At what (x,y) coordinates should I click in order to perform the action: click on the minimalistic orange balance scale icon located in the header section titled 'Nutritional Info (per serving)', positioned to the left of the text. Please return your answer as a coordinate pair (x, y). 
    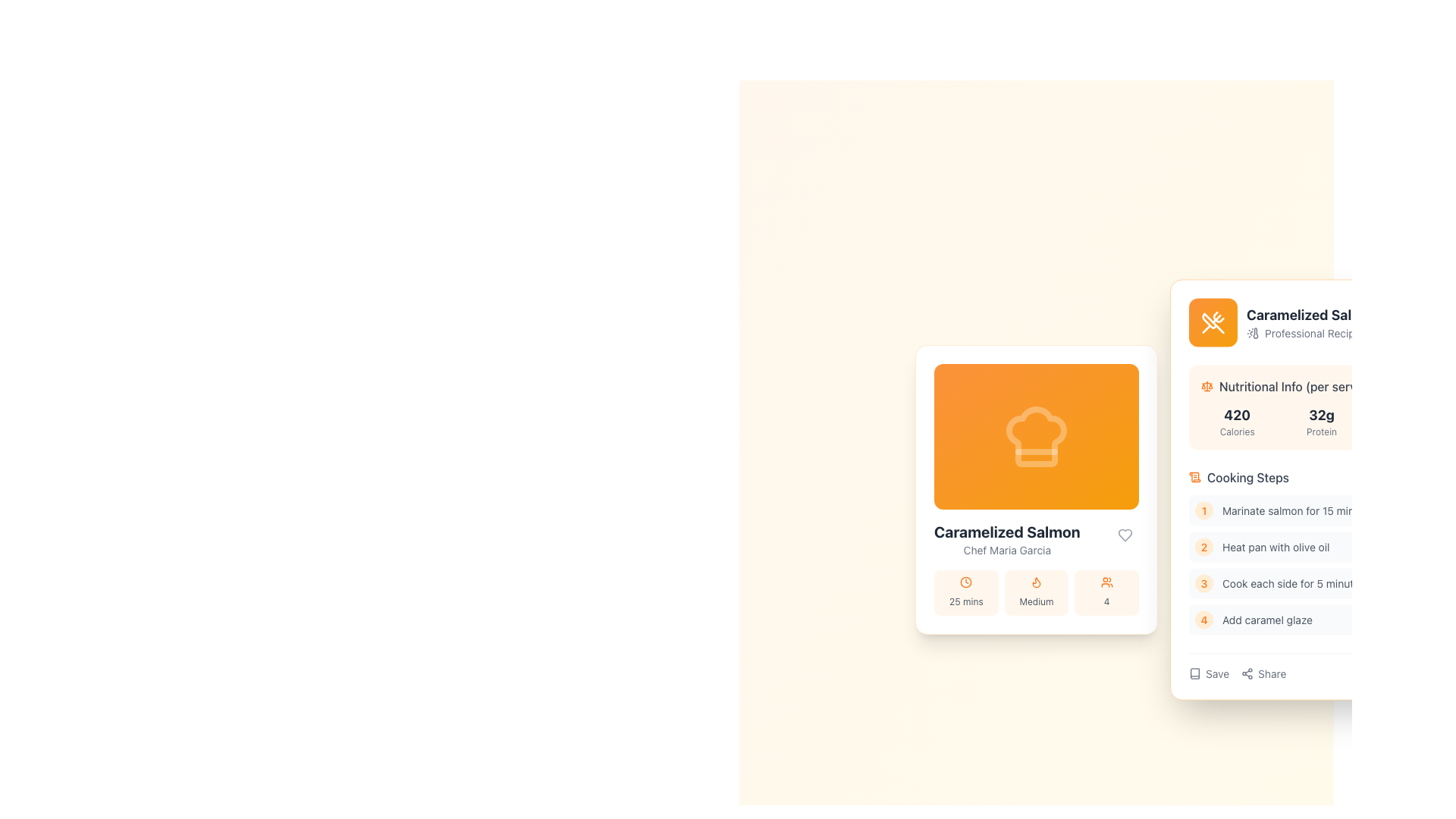
    Looking at the image, I should click on (1207, 385).